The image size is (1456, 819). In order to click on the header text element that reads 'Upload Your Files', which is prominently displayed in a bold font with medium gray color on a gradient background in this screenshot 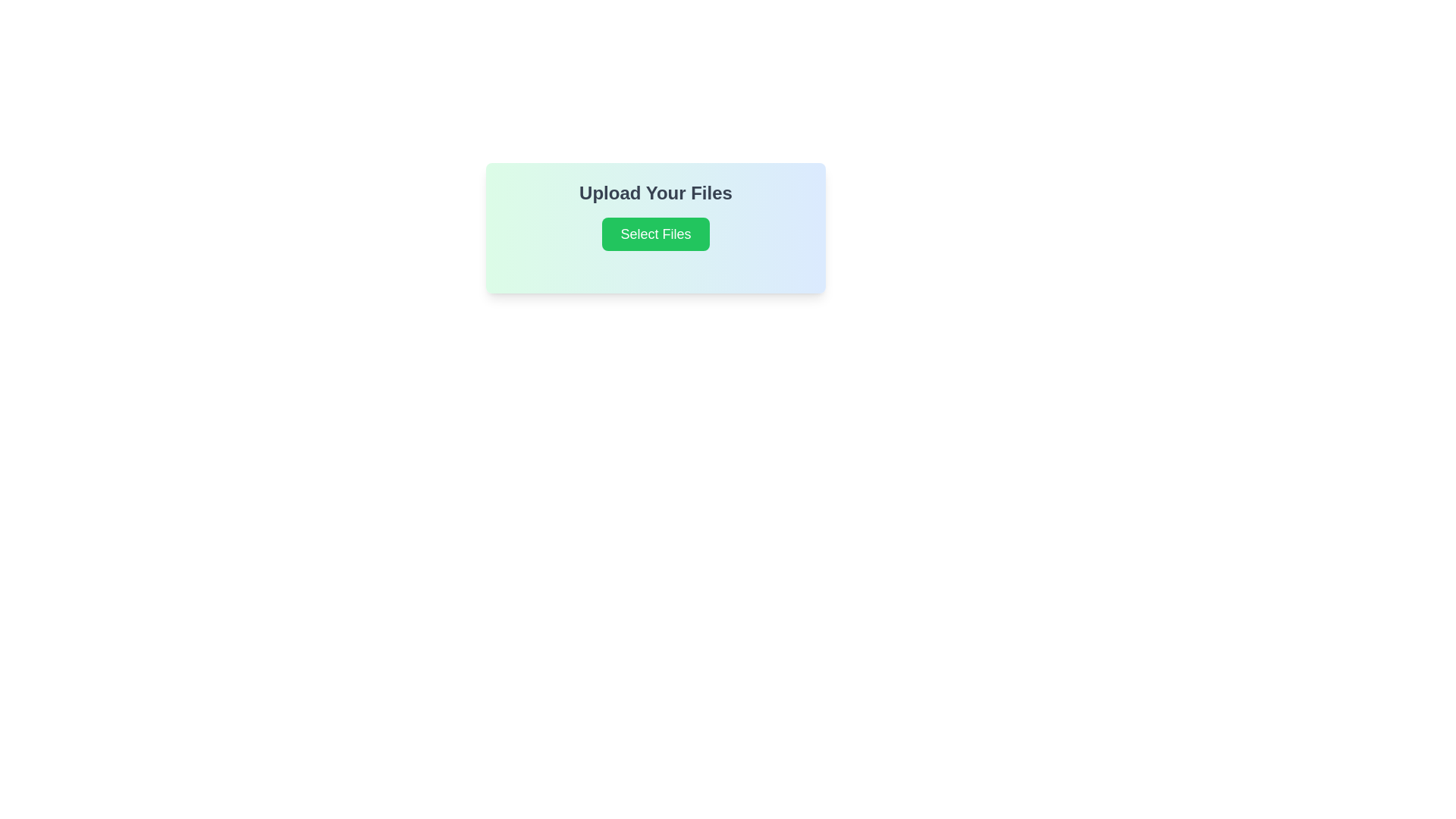, I will do `click(655, 192)`.